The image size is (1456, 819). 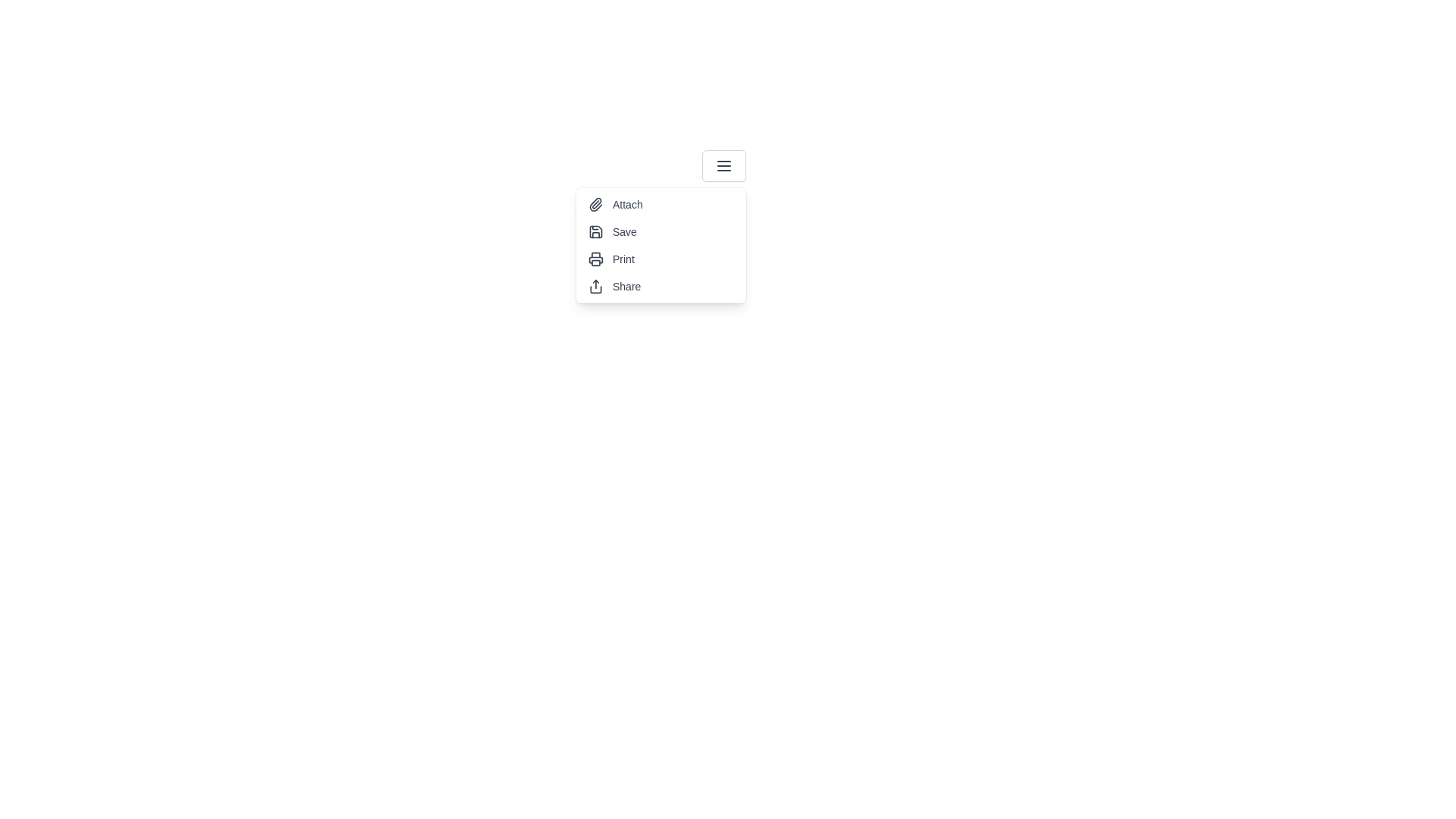 What do you see at coordinates (661, 245) in the screenshot?
I see `the dropdown menu option` at bounding box center [661, 245].